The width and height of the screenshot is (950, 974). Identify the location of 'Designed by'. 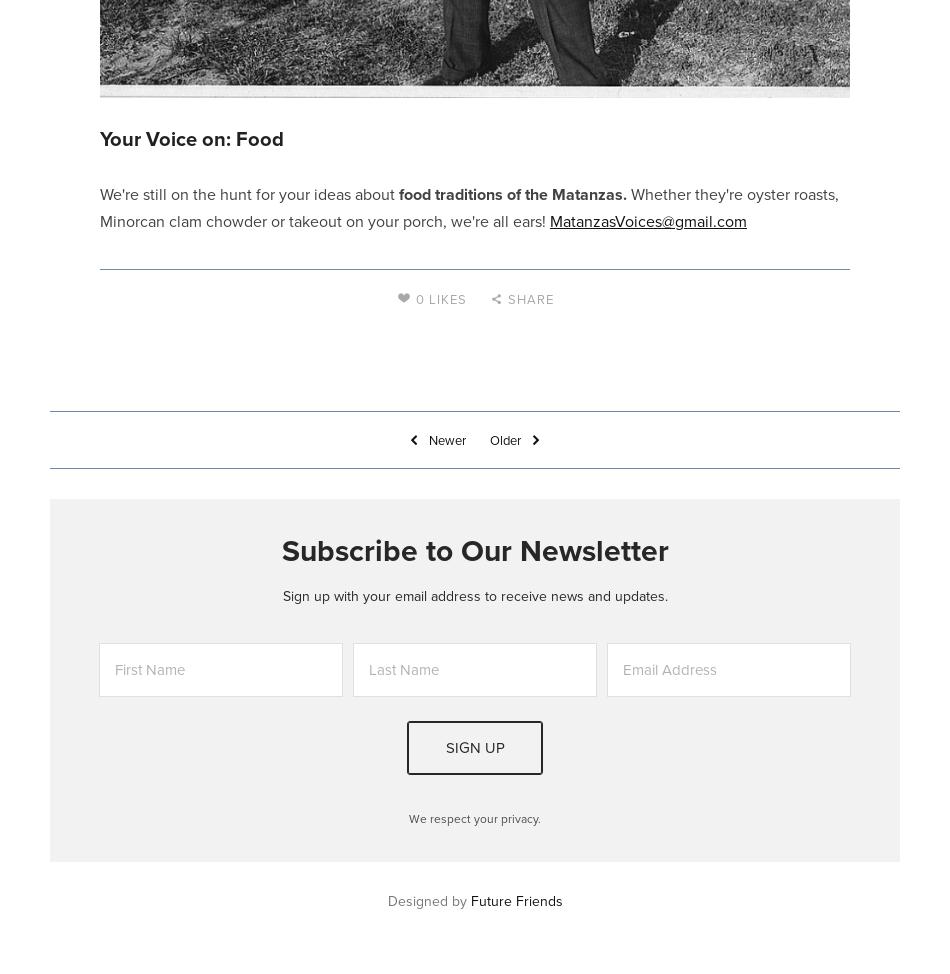
(427, 900).